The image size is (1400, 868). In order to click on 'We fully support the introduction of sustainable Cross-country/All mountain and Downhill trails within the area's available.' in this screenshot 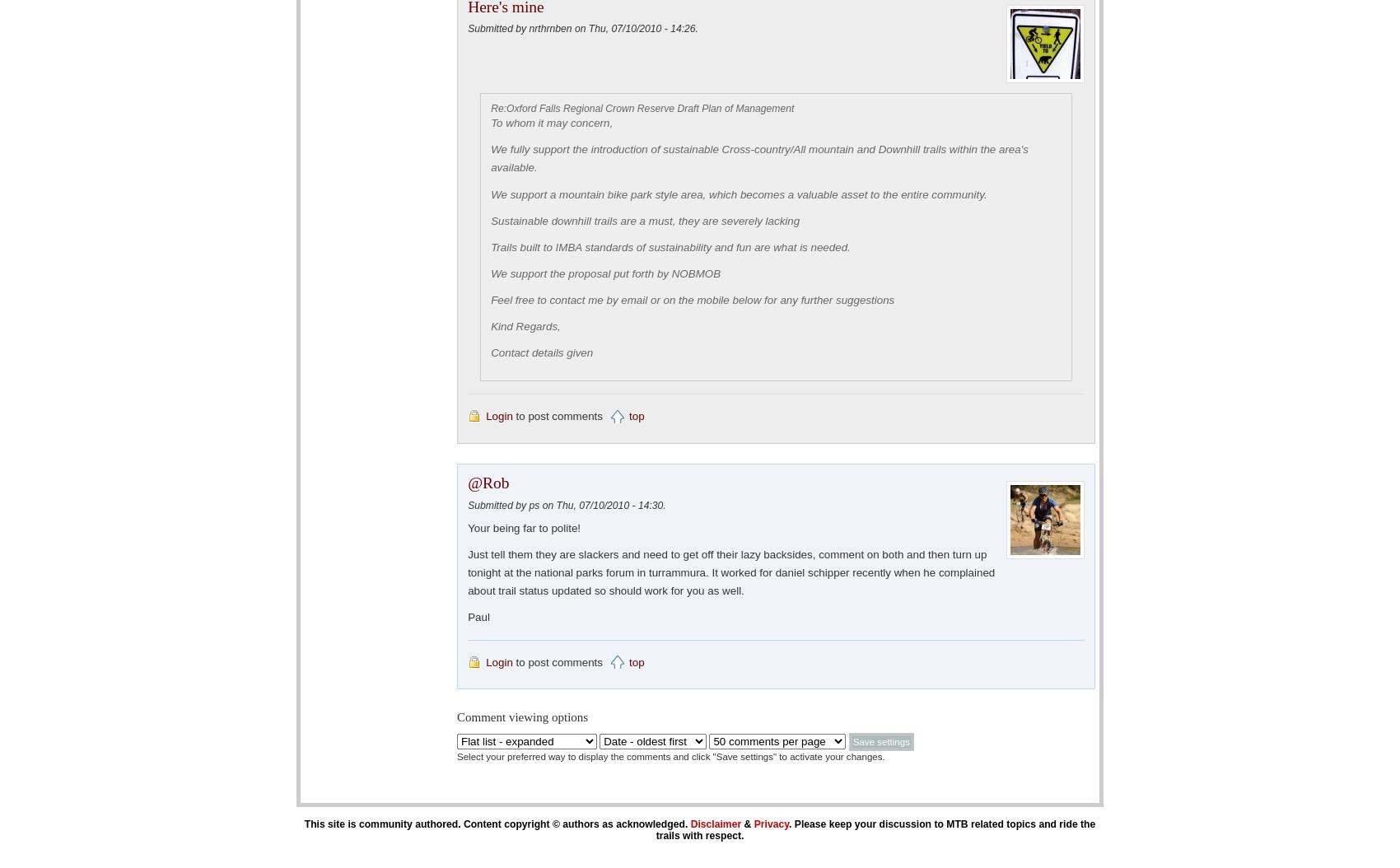, I will do `click(759, 157)`.